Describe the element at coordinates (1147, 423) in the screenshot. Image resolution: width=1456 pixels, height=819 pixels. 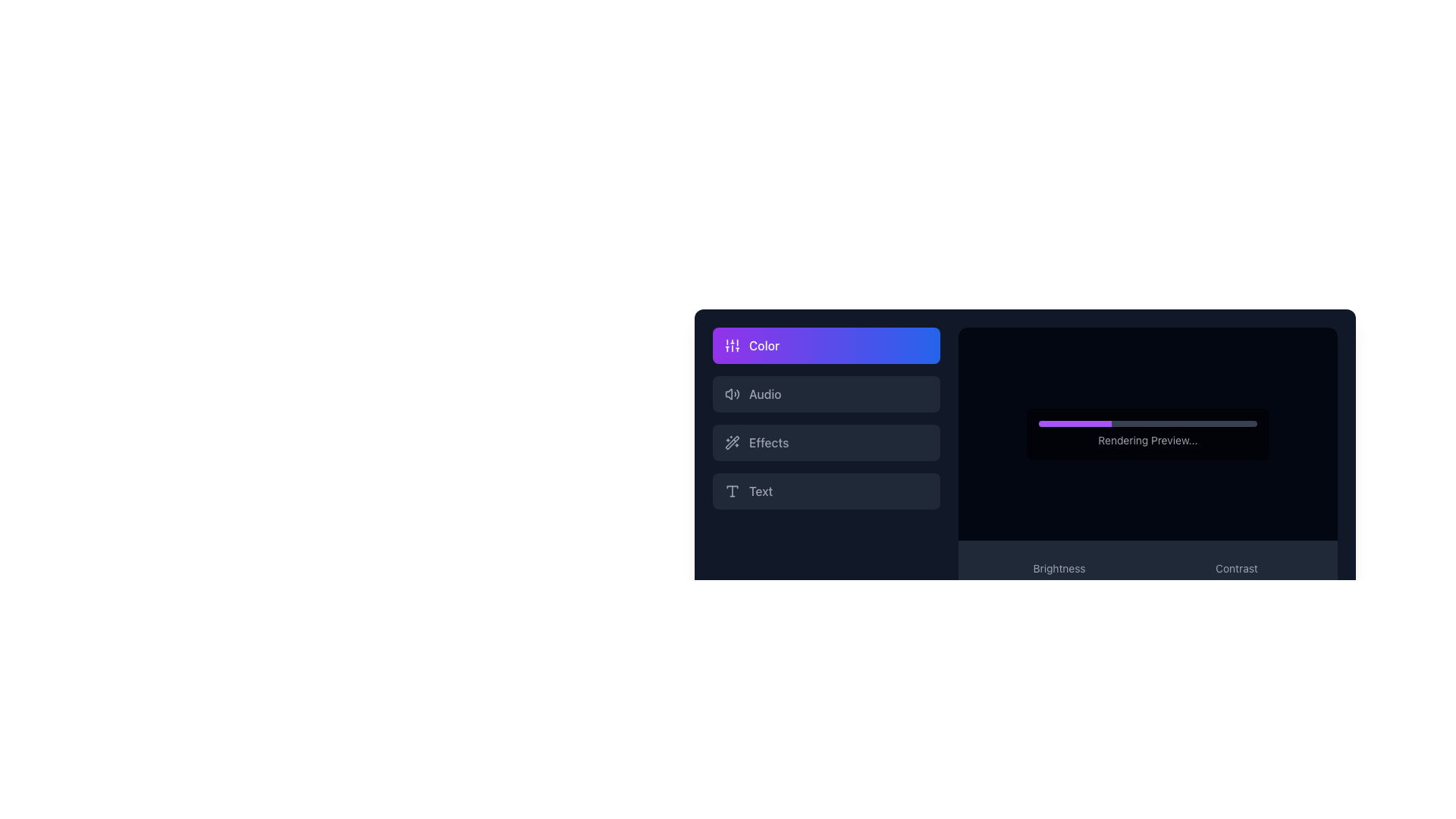
I see `the progress bar located centrally within a black semi-transparent rectangular box on the right side of the interface` at that location.